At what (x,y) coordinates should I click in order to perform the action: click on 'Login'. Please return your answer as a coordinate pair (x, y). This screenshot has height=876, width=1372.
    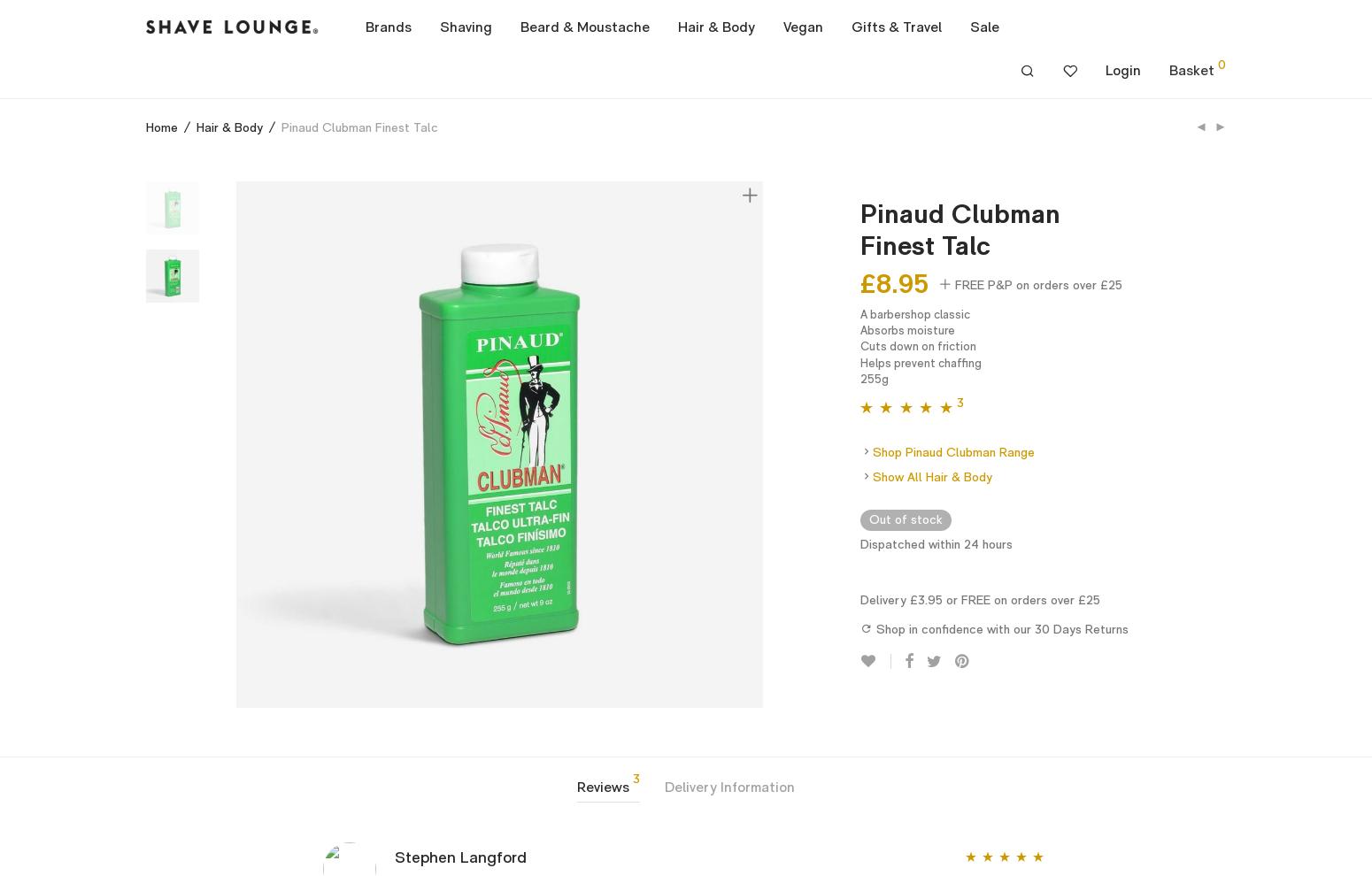
    Looking at the image, I should click on (1121, 70).